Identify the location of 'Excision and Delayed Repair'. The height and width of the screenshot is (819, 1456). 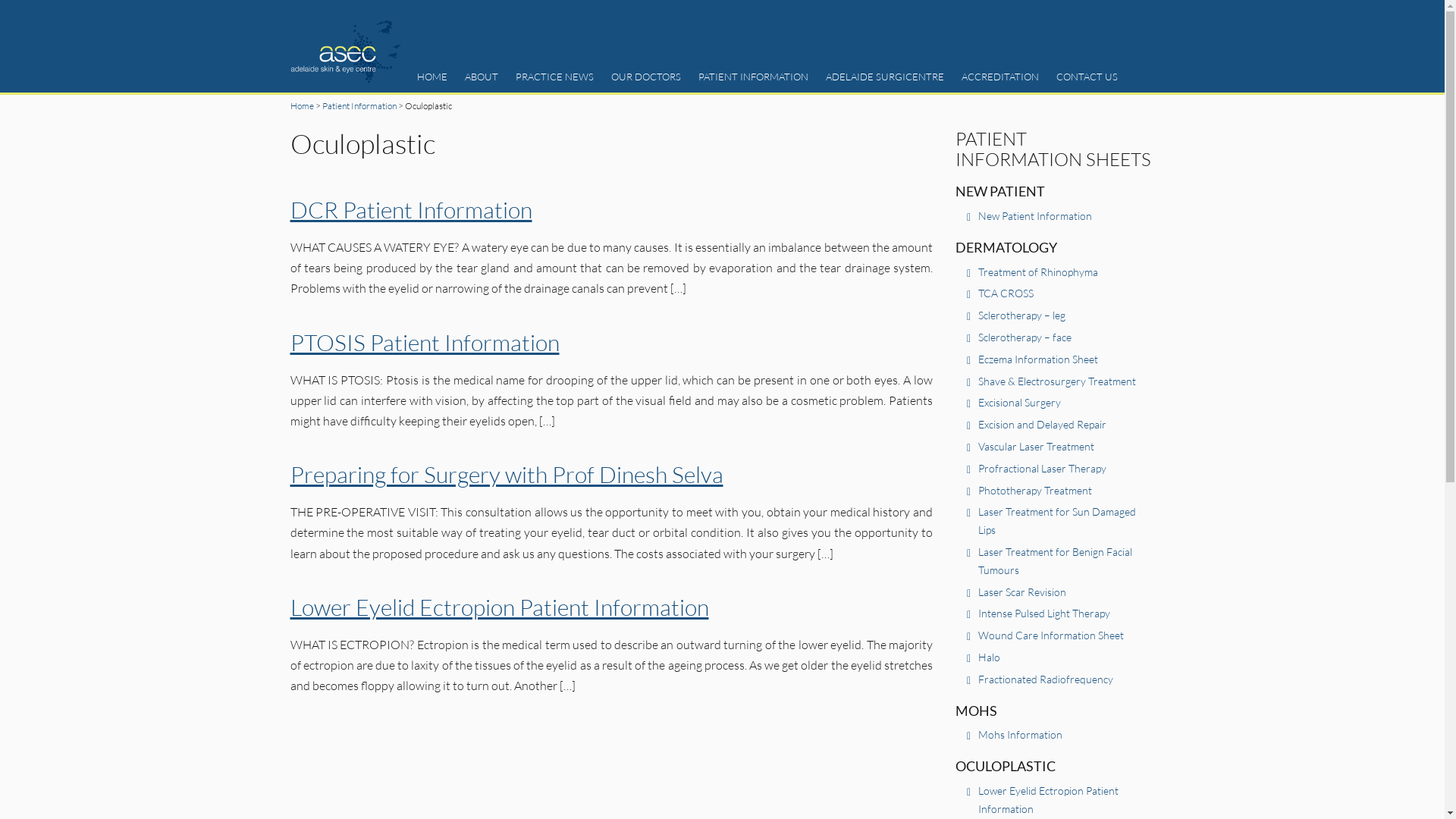
(1041, 424).